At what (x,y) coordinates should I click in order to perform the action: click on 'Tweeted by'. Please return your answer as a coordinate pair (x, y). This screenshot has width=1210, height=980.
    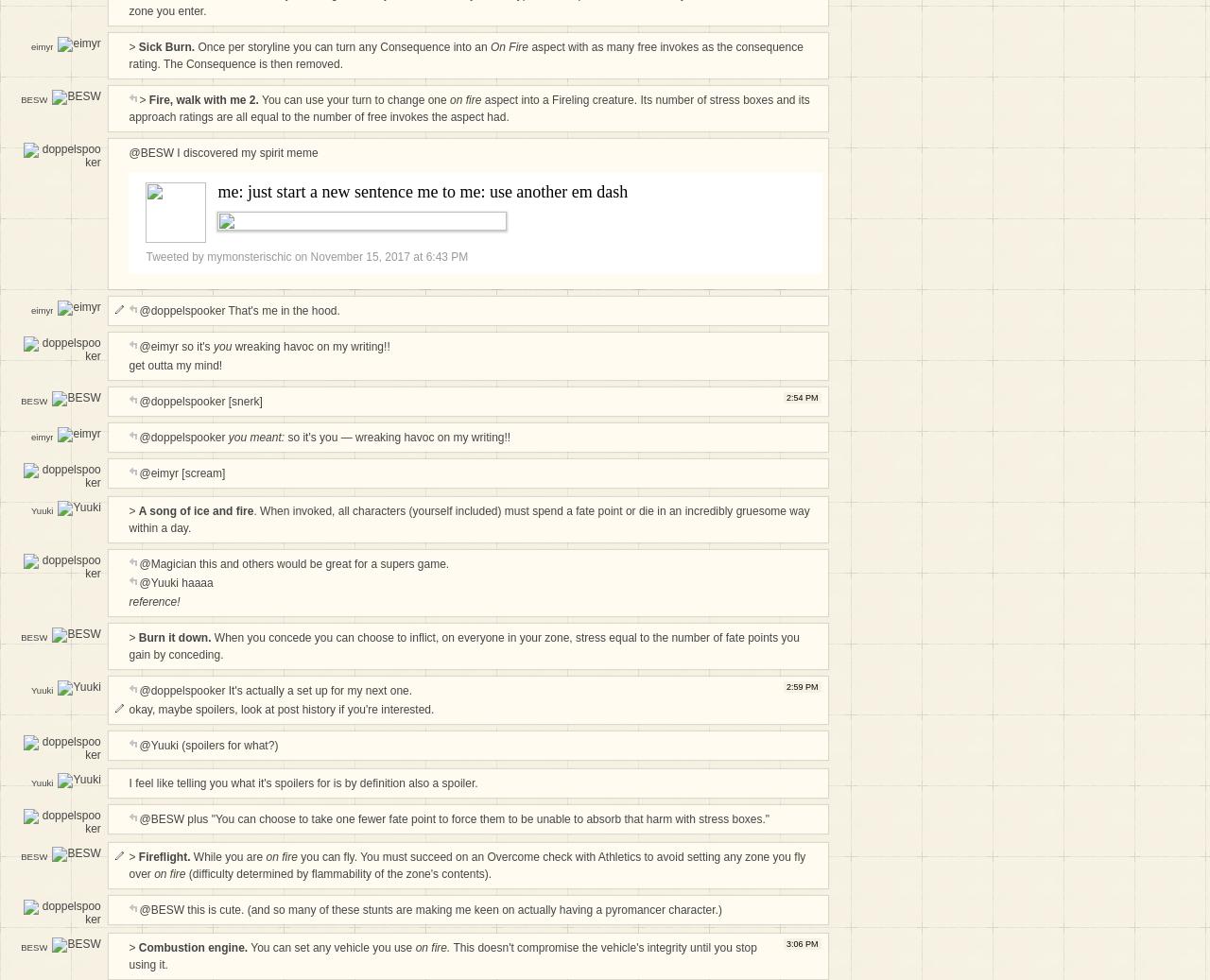
    Looking at the image, I should click on (176, 254).